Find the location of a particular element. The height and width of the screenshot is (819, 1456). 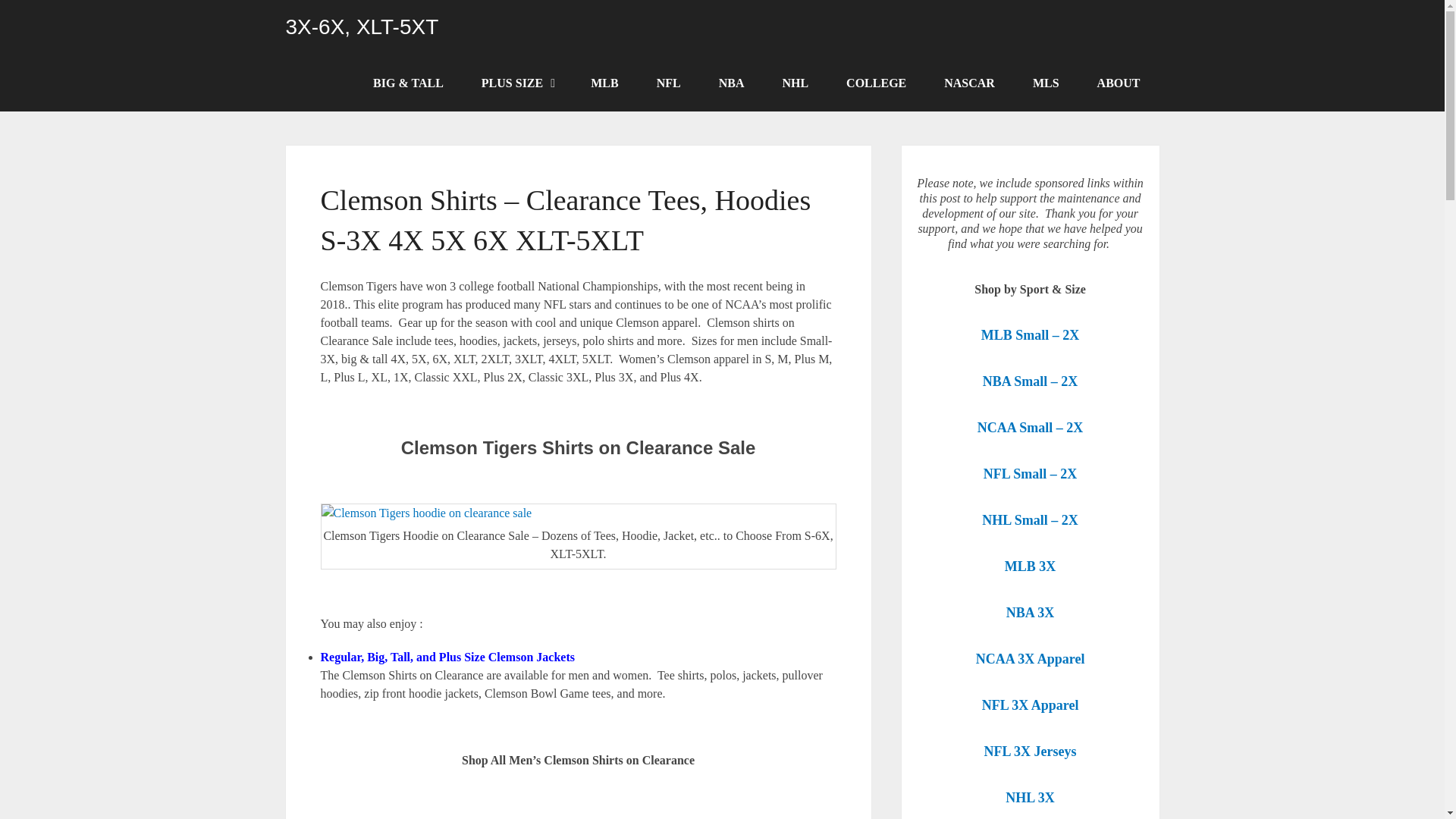

'PLUS SIZE' is located at coordinates (516, 83).